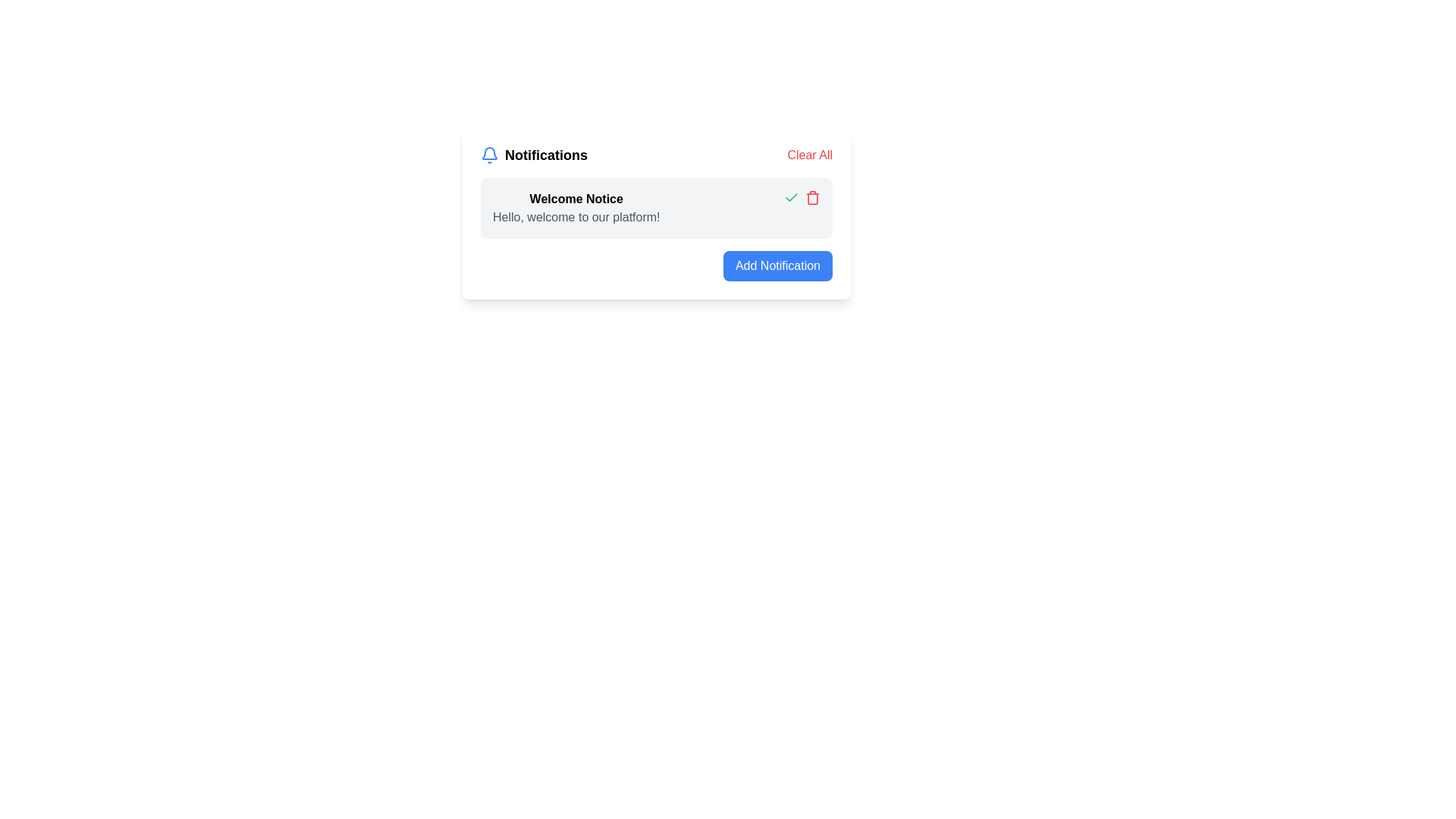  What do you see at coordinates (790, 196) in the screenshot?
I see `the SVG icon that marks the notification as read or confirmed, located beside the red trash bin icon in the notification card for 'Welcome Notice'` at bounding box center [790, 196].